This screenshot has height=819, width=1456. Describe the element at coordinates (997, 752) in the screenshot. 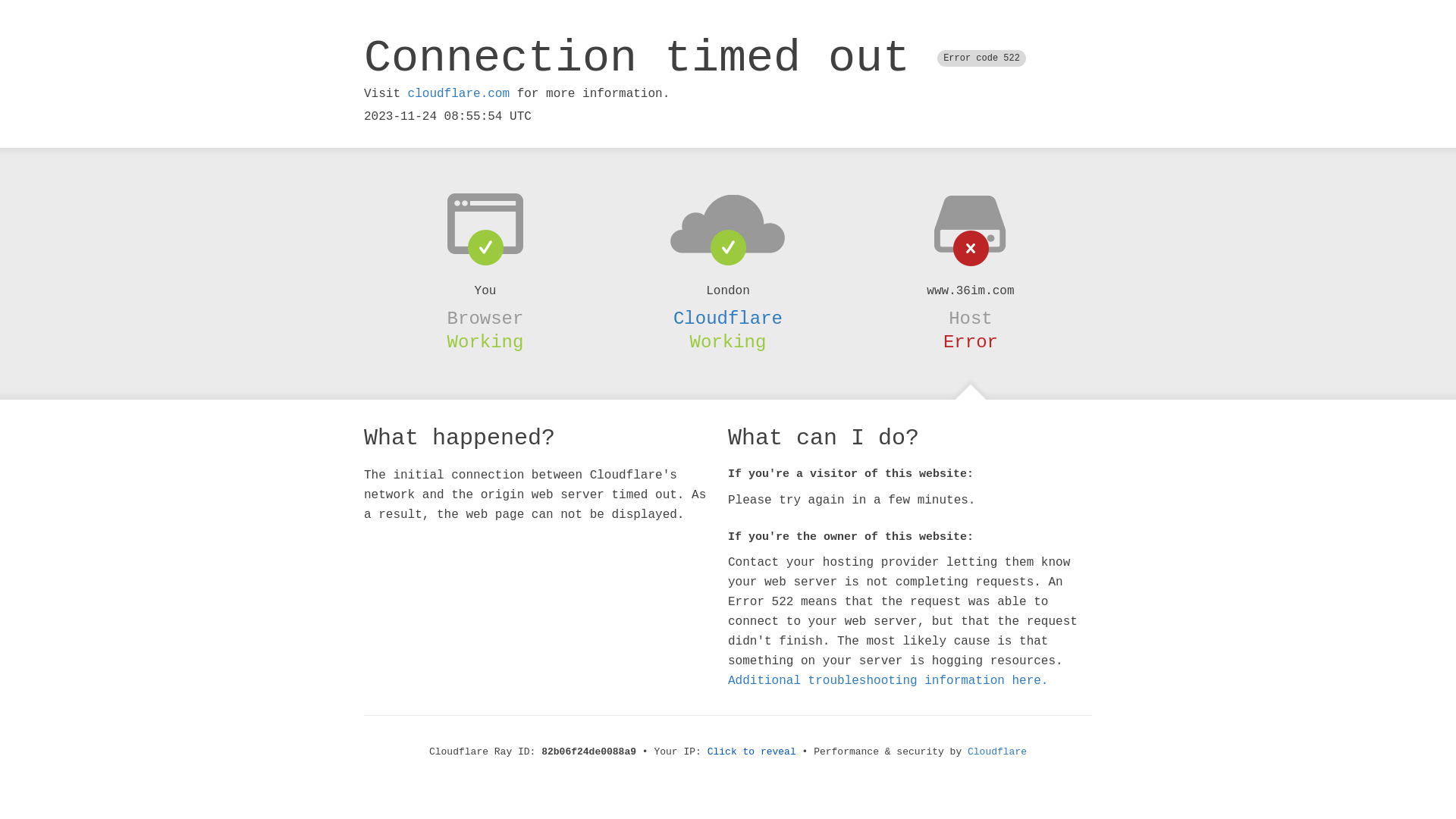

I see `'Cloudflare'` at that location.